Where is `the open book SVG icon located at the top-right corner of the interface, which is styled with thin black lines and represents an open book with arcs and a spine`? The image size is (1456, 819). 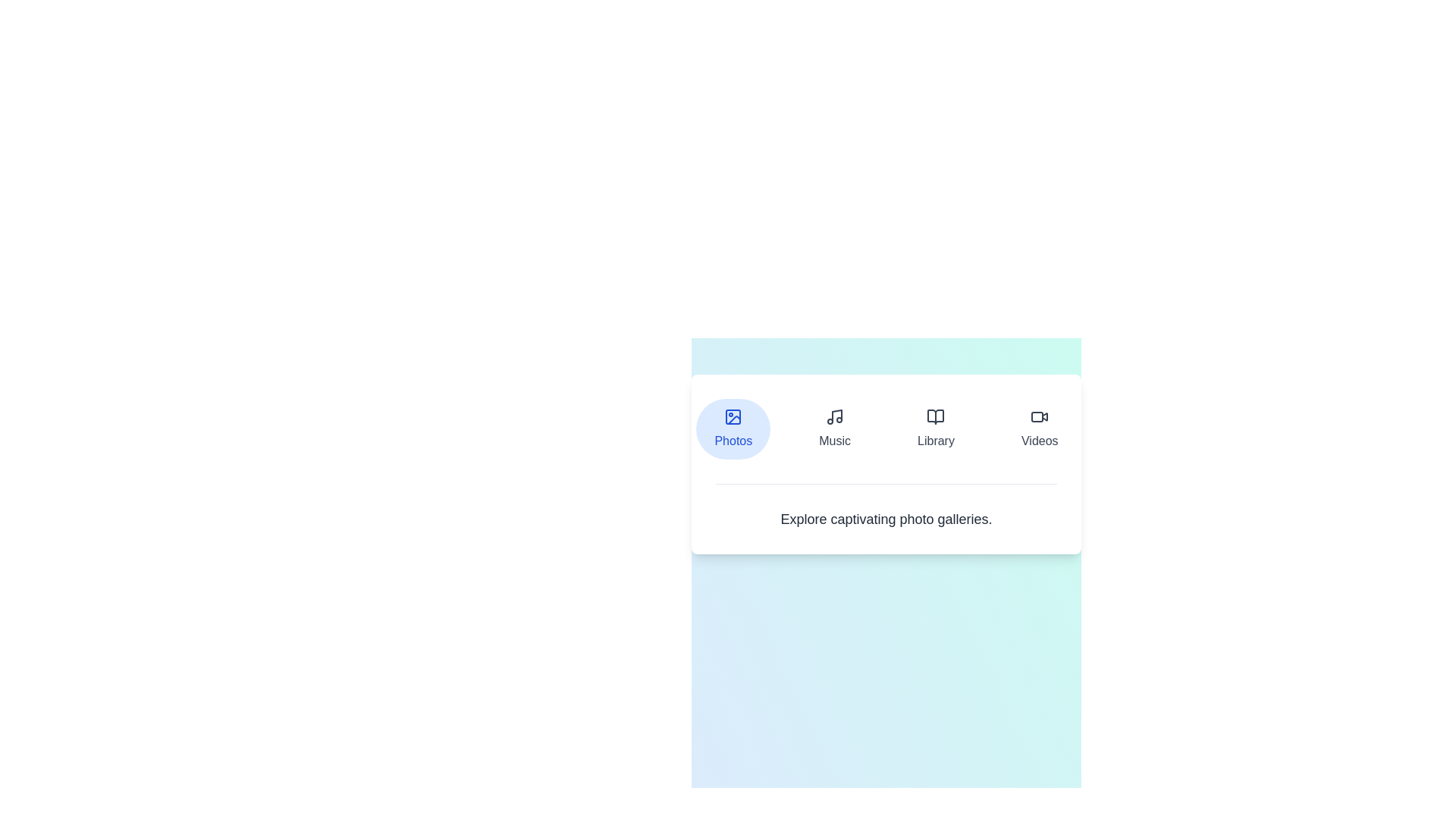
the open book SVG icon located at the top-right corner of the interface, which is styled with thin black lines and represents an open book with arcs and a spine is located at coordinates (935, 417).